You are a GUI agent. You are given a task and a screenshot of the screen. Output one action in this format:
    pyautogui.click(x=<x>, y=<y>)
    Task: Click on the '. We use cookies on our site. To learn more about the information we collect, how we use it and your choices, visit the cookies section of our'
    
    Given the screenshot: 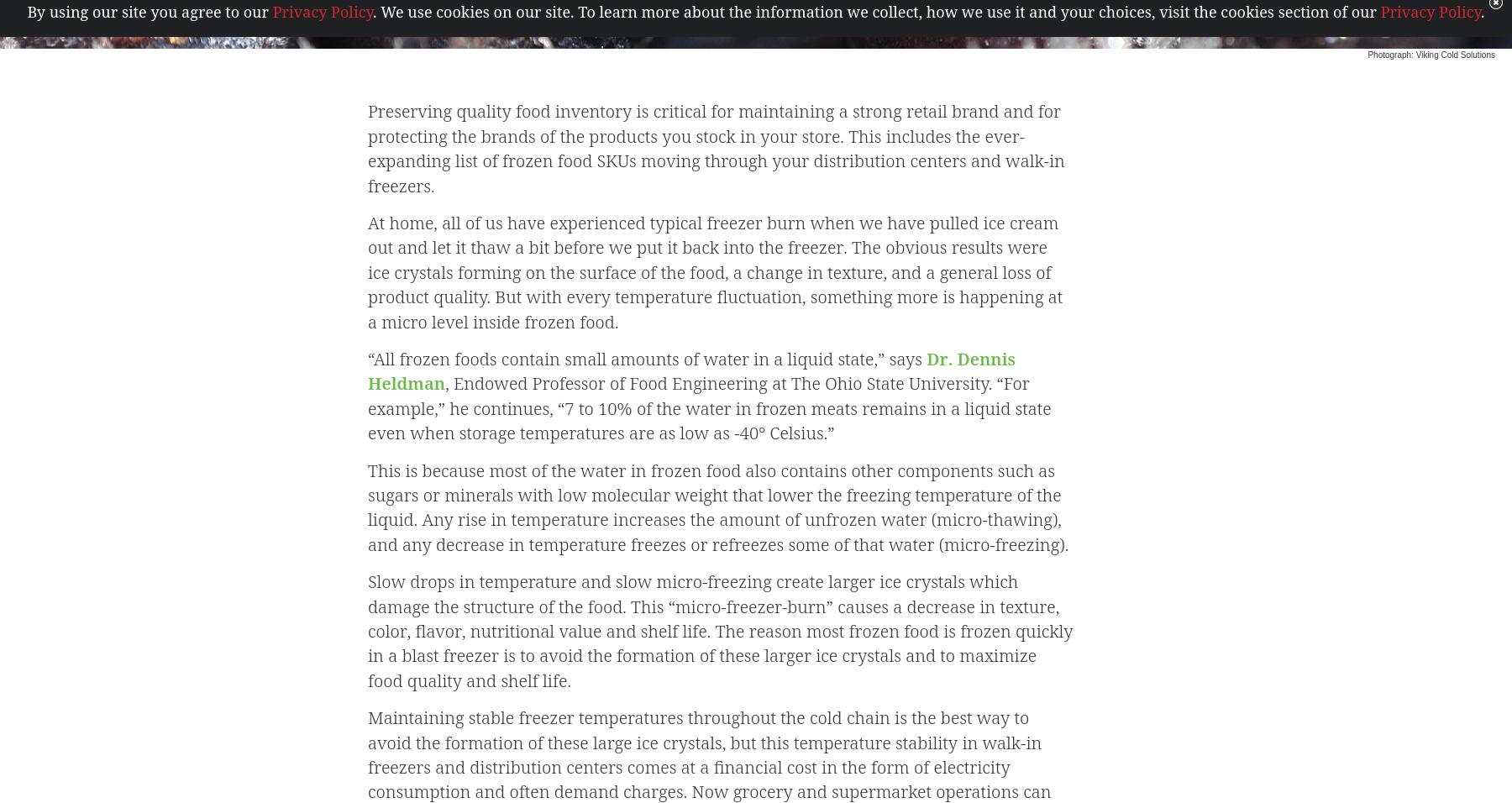 What is the action you would take?
    pyautogui.click(x=876, y=10)
    